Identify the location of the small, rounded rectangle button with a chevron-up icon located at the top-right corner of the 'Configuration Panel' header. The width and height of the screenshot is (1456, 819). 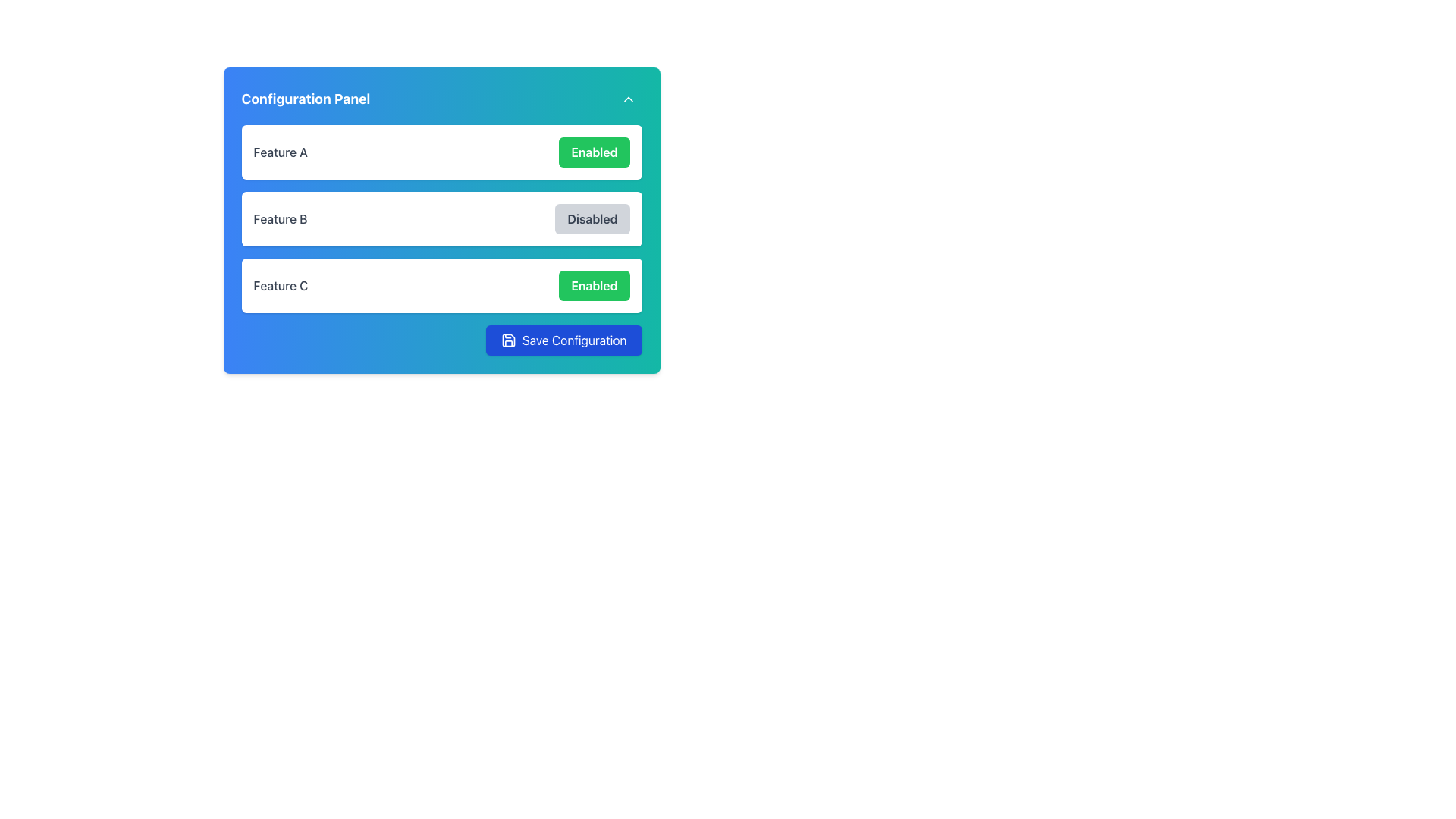
(628, 99).